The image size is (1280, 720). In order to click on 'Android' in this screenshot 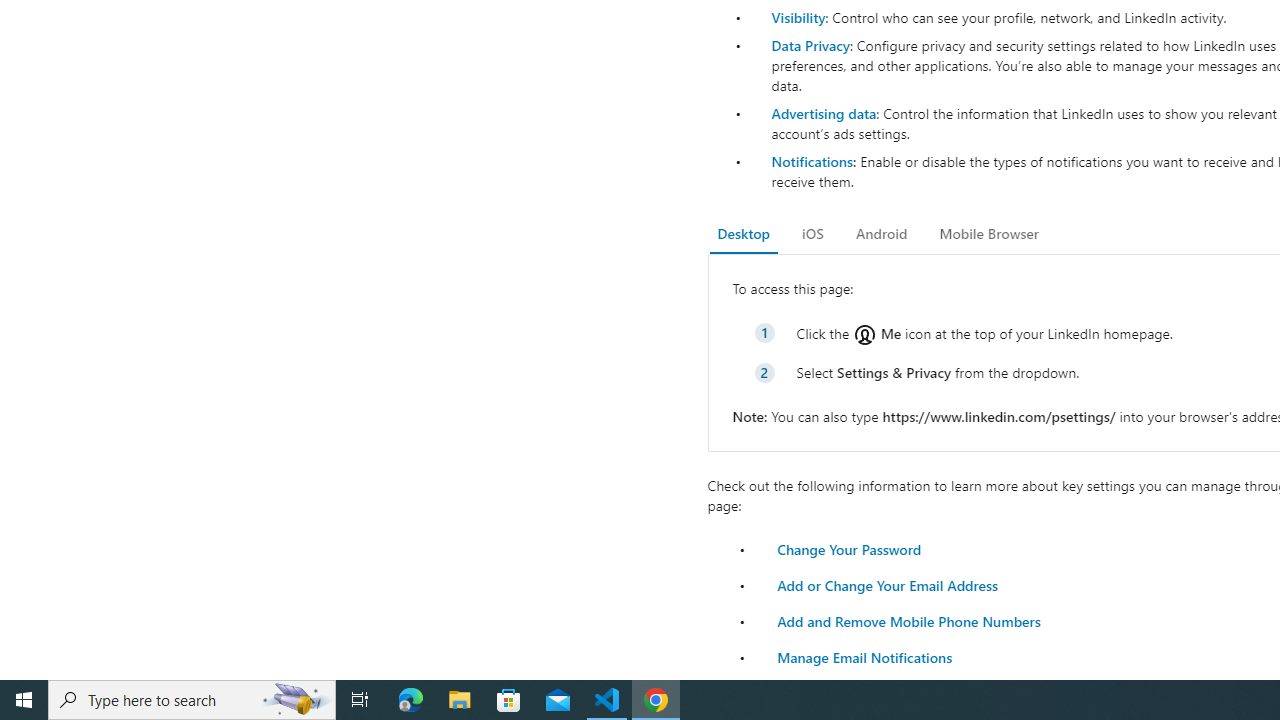, I will do `click(880, 233)`.